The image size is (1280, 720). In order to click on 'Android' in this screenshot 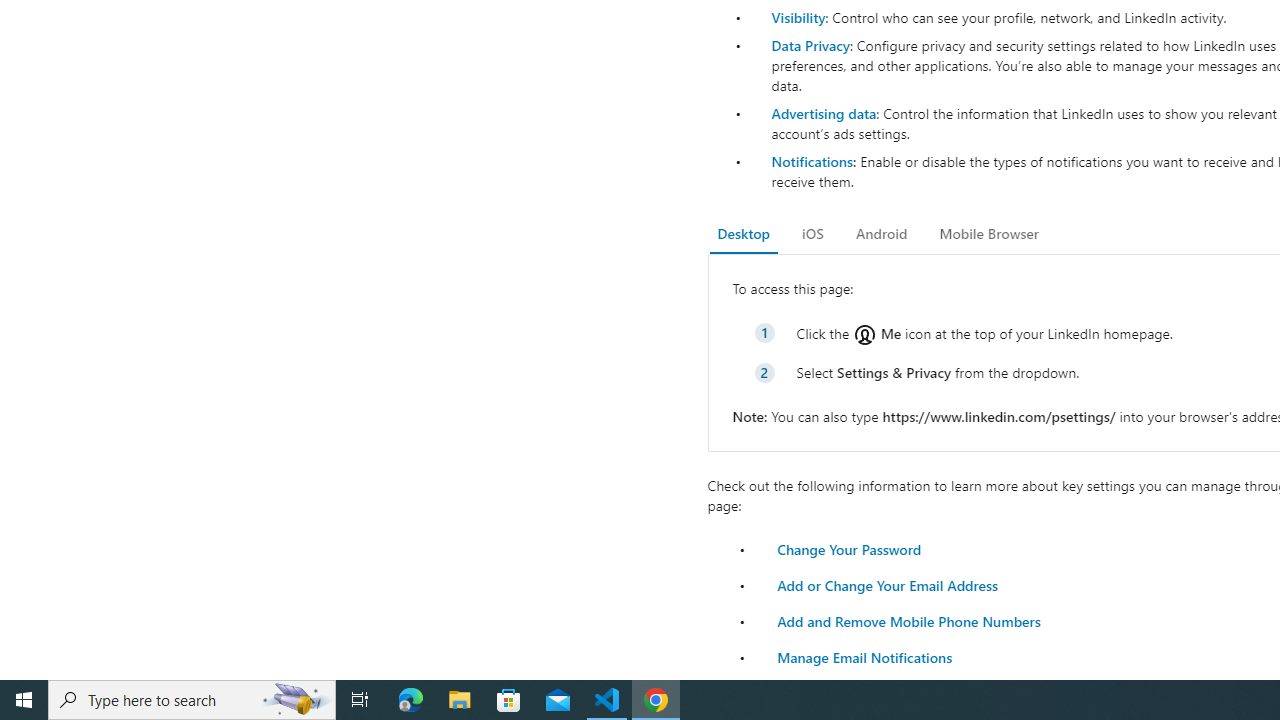, I will do `click(880, 233)`.